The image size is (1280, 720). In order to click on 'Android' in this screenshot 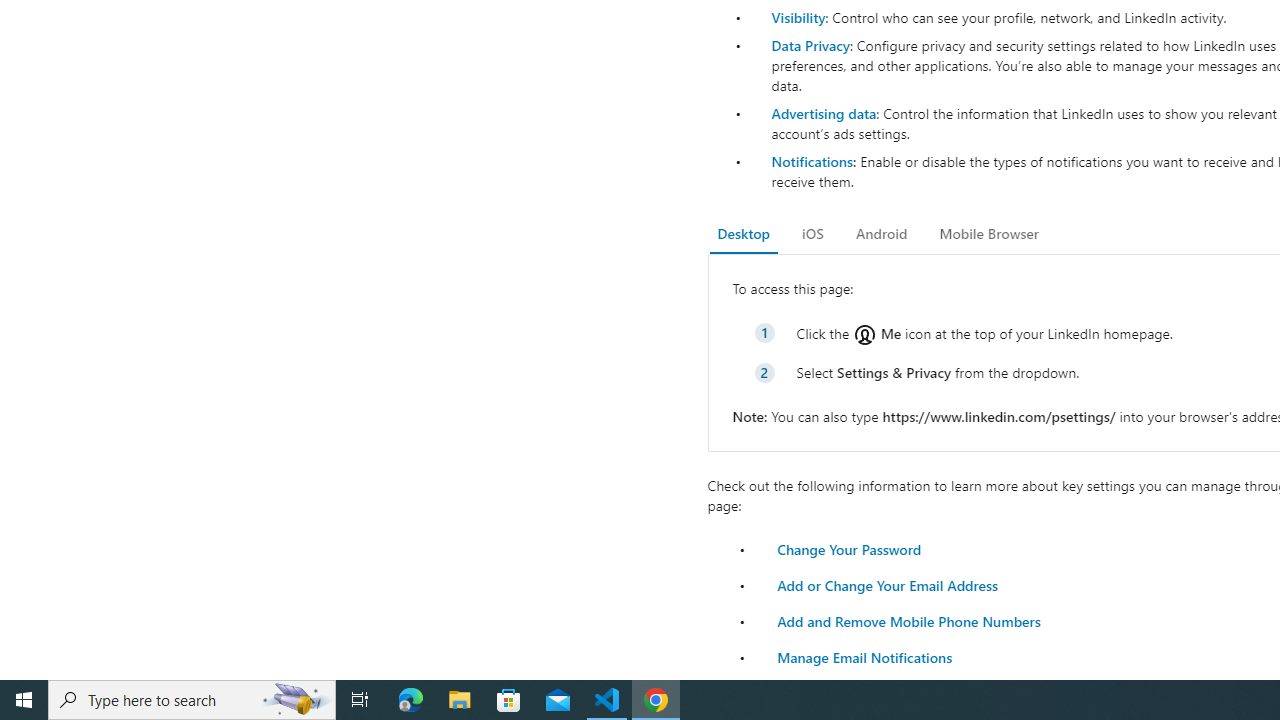, I will do `click(880, 233)`.